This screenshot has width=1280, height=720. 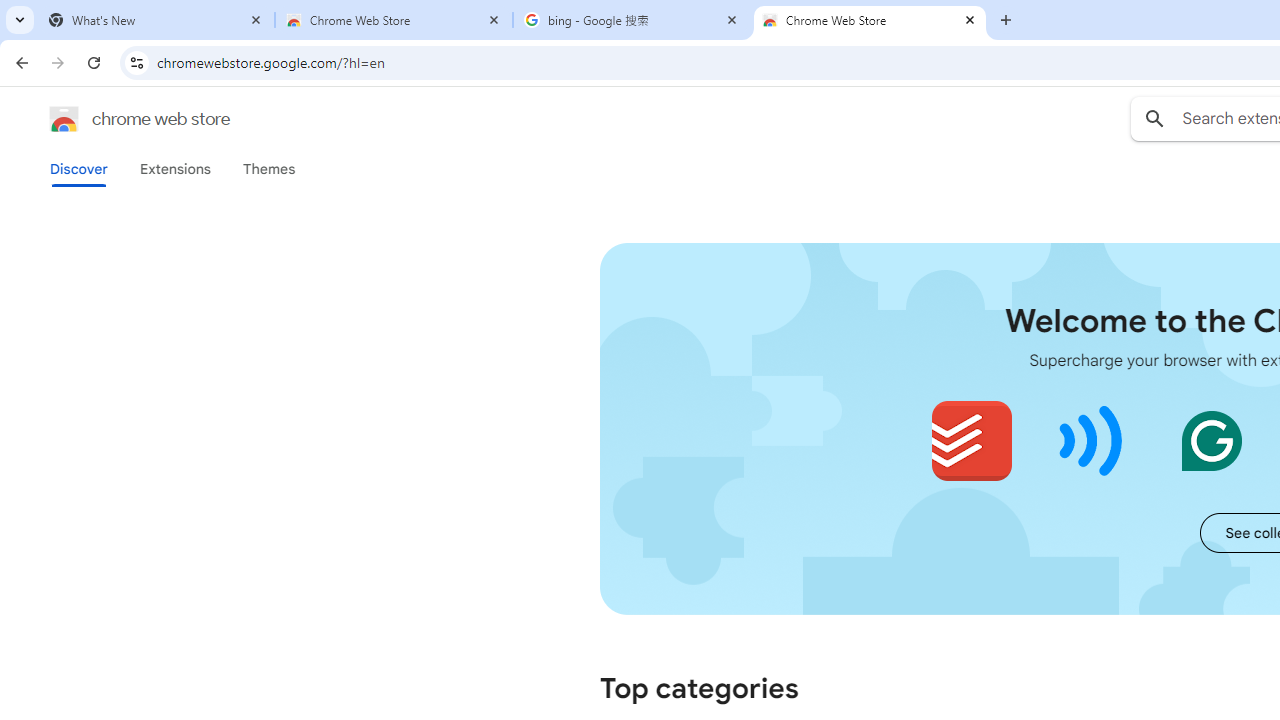 I want to click on 'Grammarly: AI Writing and Grammar Checker App', so click(x=1210, y=440).